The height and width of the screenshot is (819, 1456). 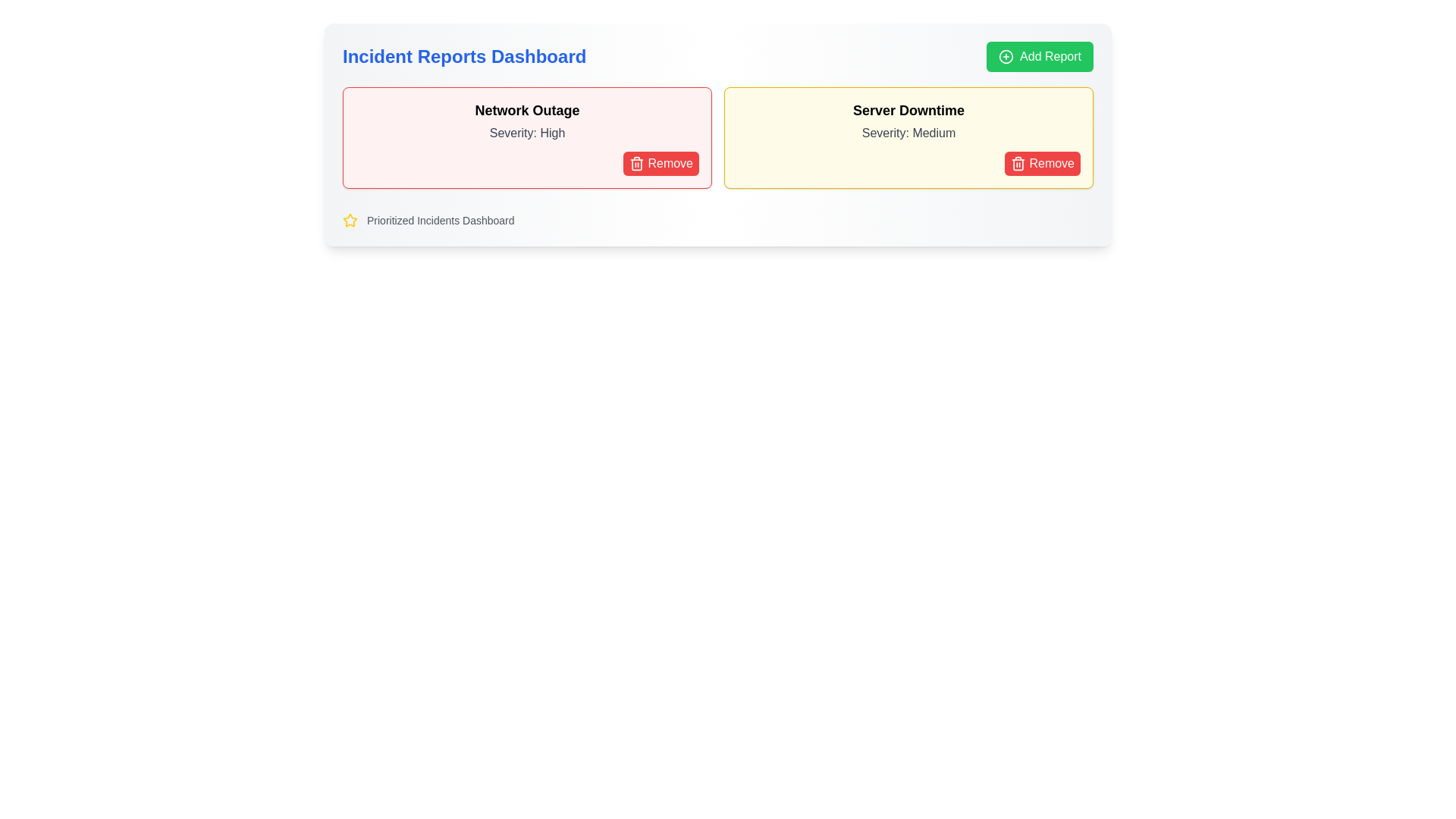 What do you see at coordinates (349, 220) in the screenshot?
I see `the star icon located to the left of the text 'Prioritized Incidents Dashboard' to indicate prioritization of content` at bounding box center [349, 220].